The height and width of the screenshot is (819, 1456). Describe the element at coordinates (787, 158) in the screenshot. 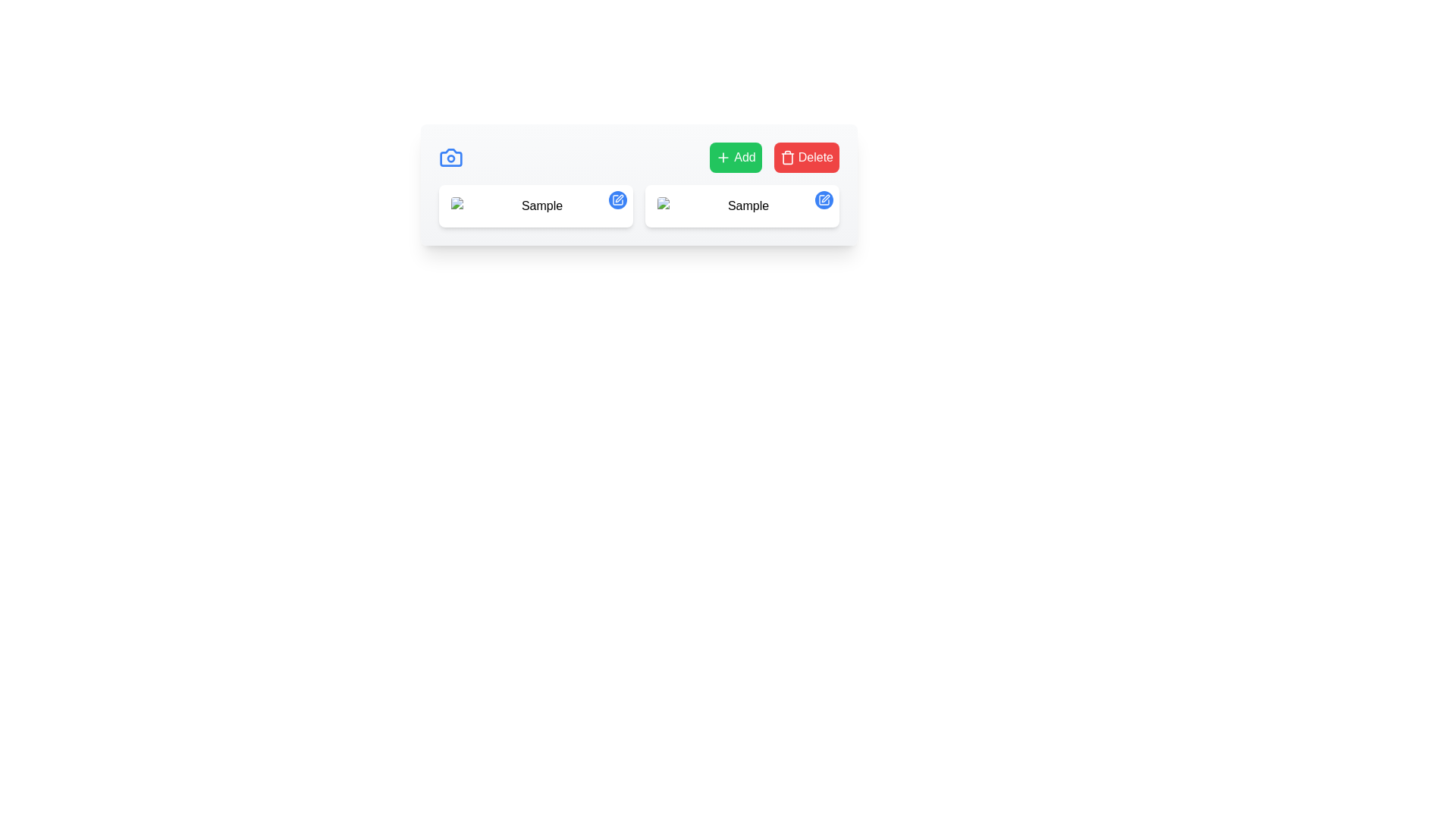

I see `the trash bin icon located within the red 'Delete' button at the top-right of the interface` at that location.